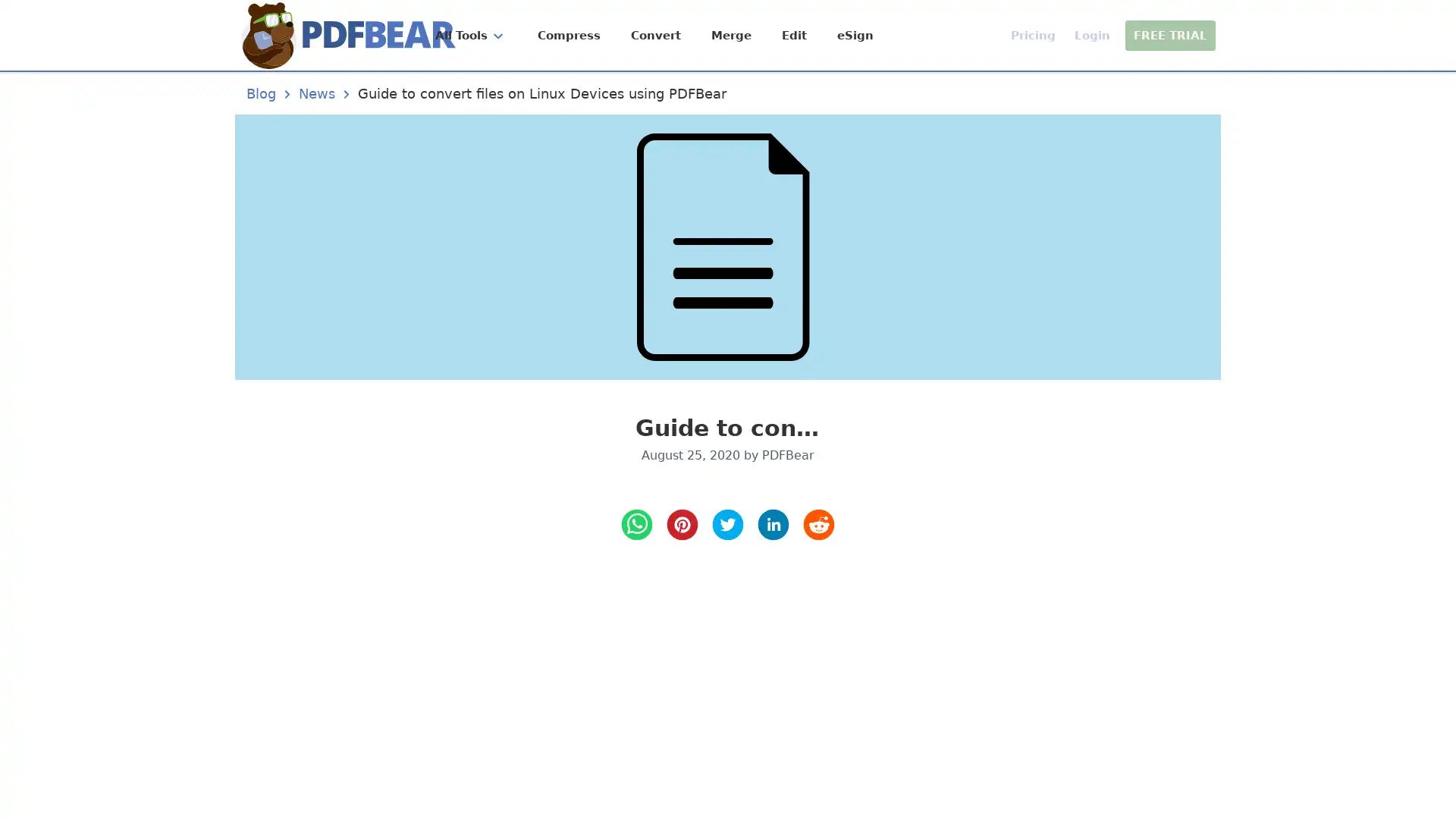  Describe the element at coordinates (655, 34) in the screenshot. I see `Convert` at that location.